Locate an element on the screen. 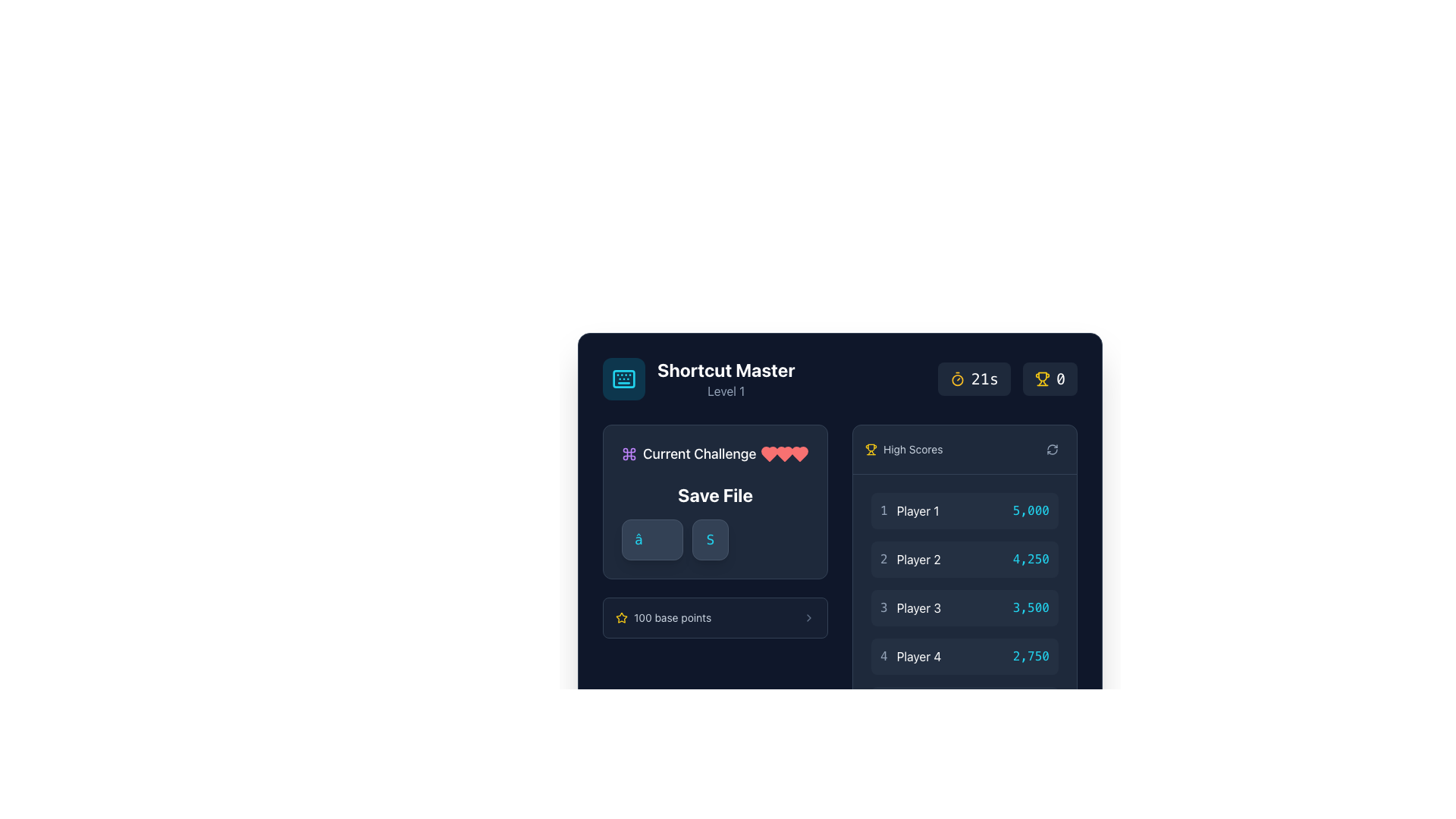 The image size is (1456, 819). the value displayed on the score indicator badge located in the top-right corner of the interface, adjacent to a similar badge showing time value is located at coordinates (1049, 378).